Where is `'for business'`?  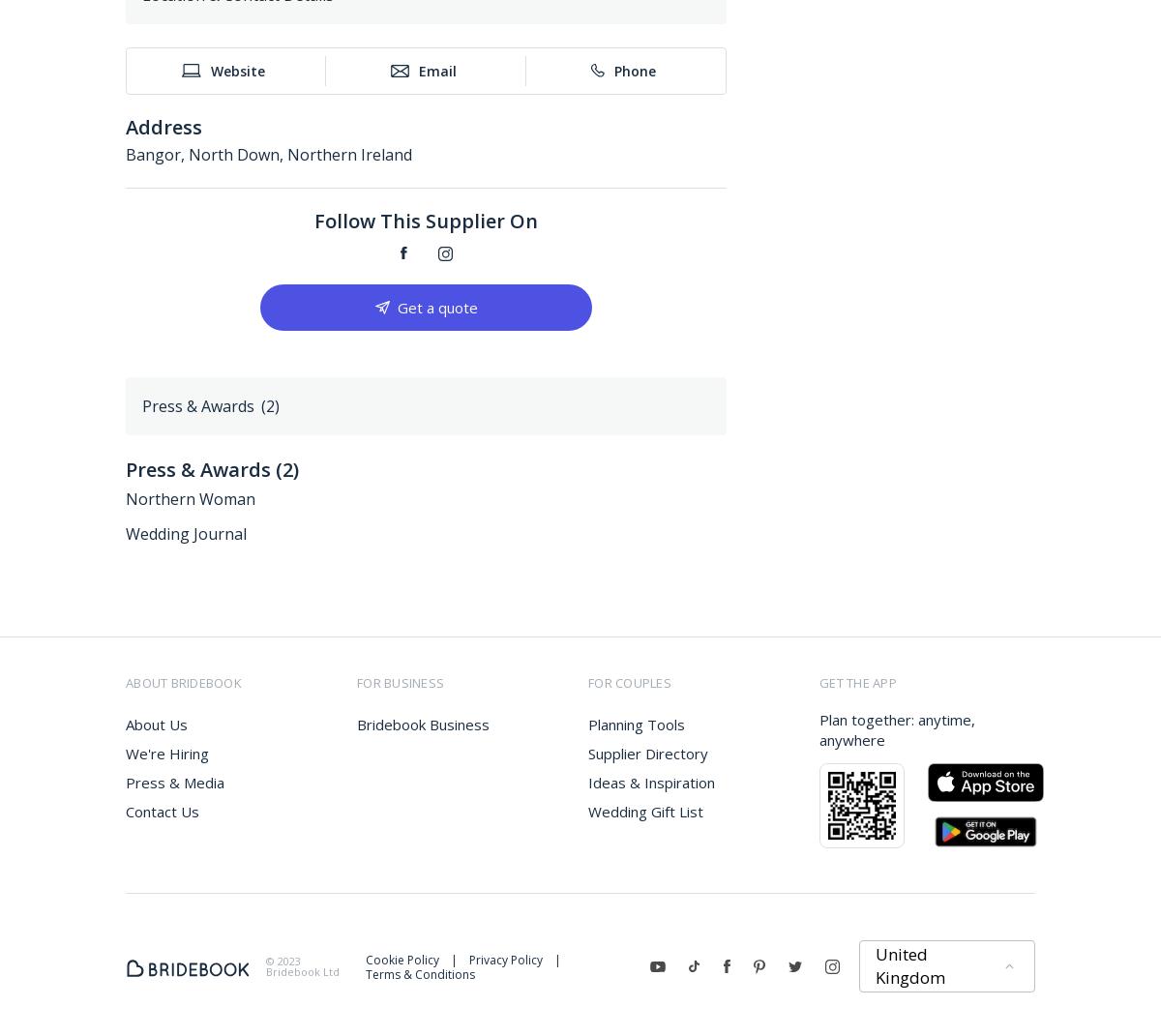
'for business' is located at coordinates (400, 682).